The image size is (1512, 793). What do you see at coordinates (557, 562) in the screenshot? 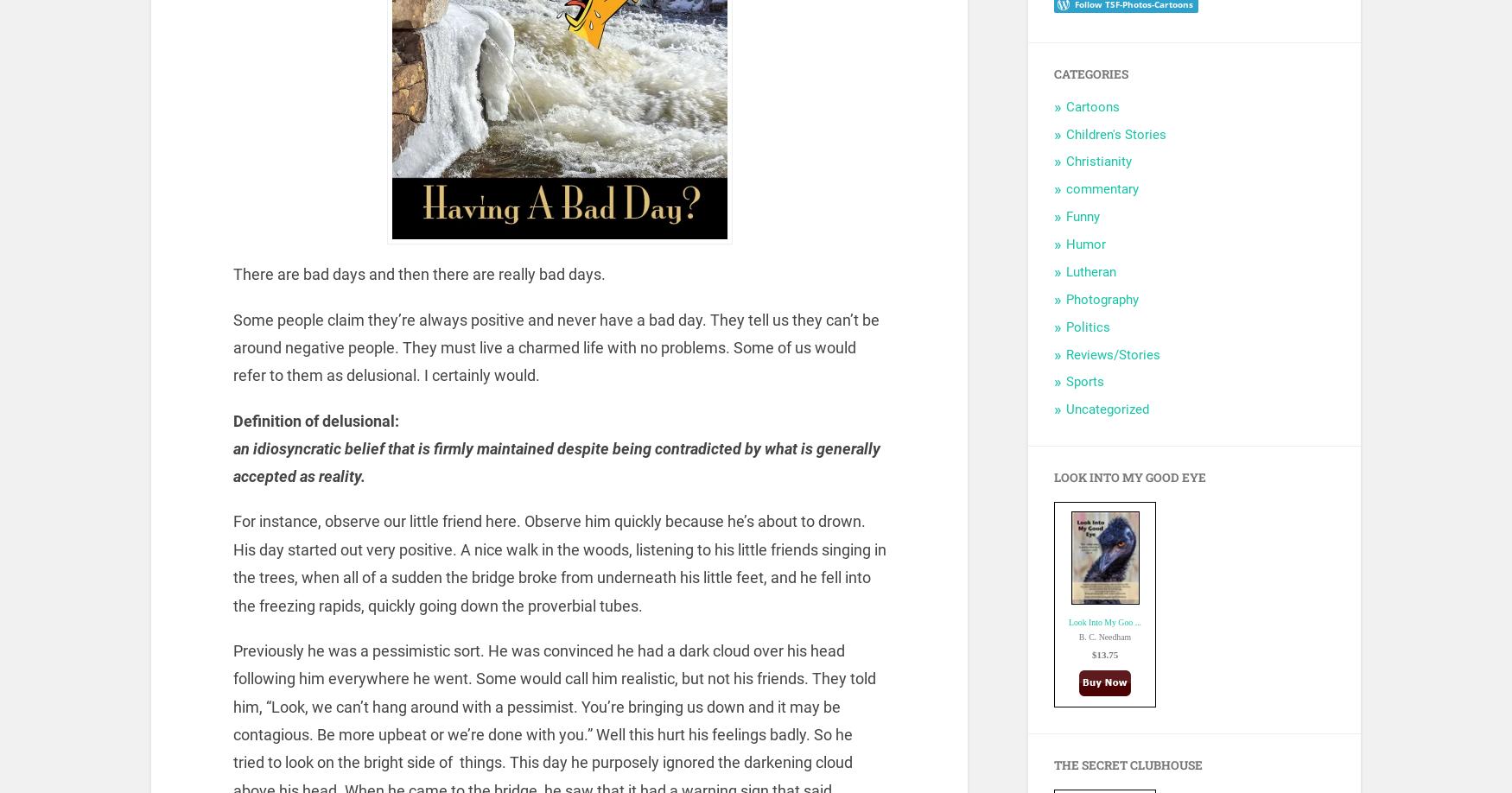
I see `'For instance, observe our little friend here. Observe him quickly because he’s about to drown. His day started out very positive. A nice walk in the woods, listening to his little friends singing in the trees, when all of a sudden the bridge broke from underneath his little feet, and he fell into the freezing rapids, quickly going down the proverbial tubes.'` at bounding box center [557, 562].